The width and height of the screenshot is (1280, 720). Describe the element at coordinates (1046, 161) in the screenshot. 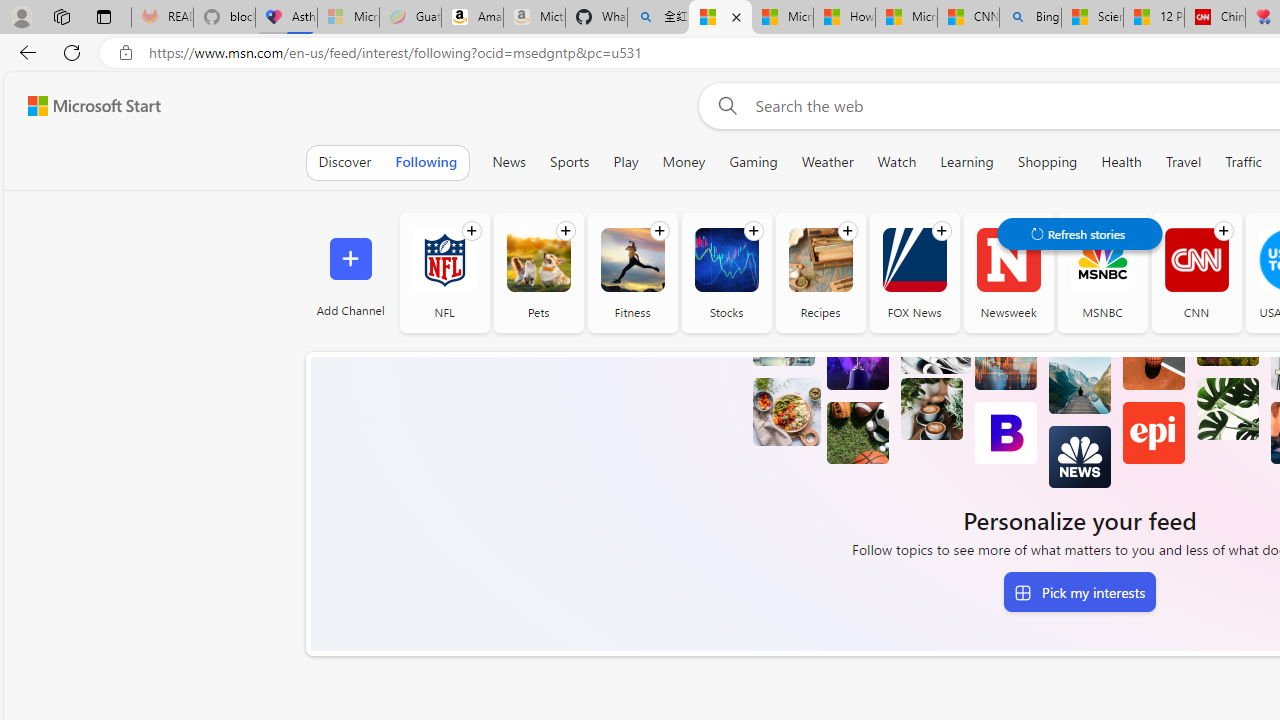

I see `'Shopping'` at that location.